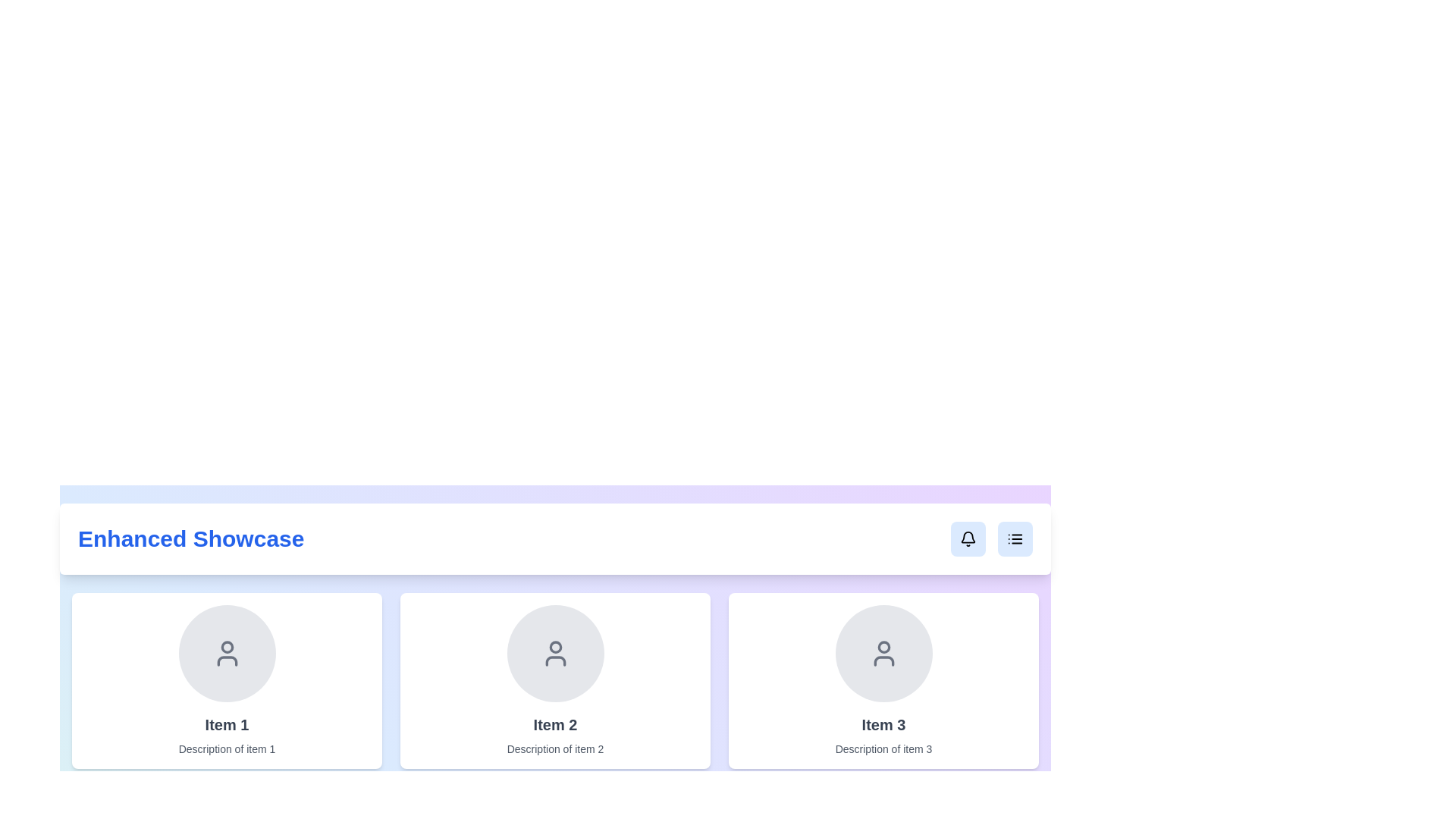 The height and width of the screenshot is (819, 1456). I want to click on the circular graphic located at the top center of the user profile avatar icon within the first card labeled 'Item 1', so click(226, 647).